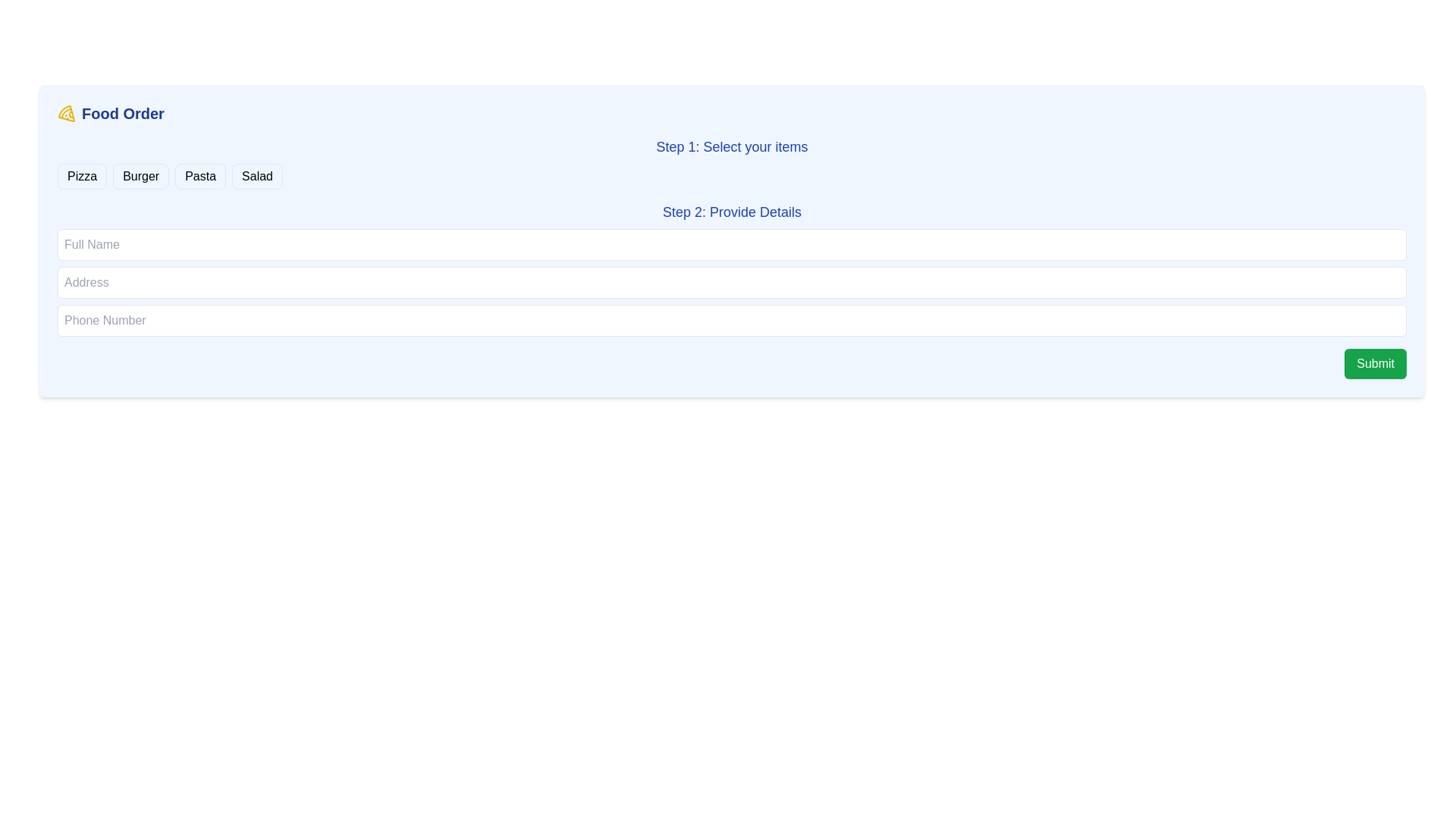  Describe the element at coordinates (199, 175) in the screenshot. I see `the 'Pasta' button, which is a rectangular button with bold text` at that location.